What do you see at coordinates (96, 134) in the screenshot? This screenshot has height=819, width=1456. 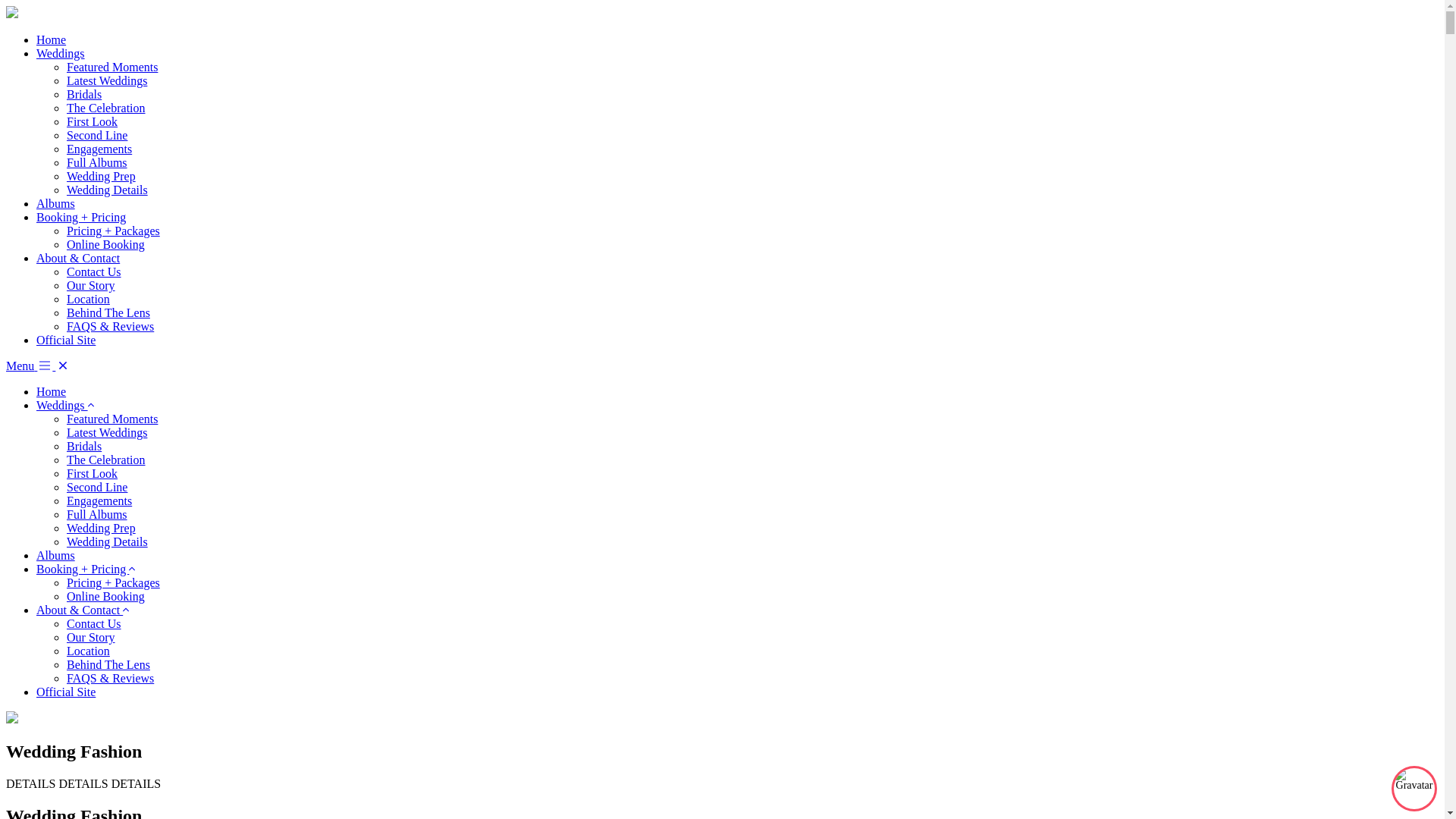 I see `'Second Line'` at bounding box center [96, 134].